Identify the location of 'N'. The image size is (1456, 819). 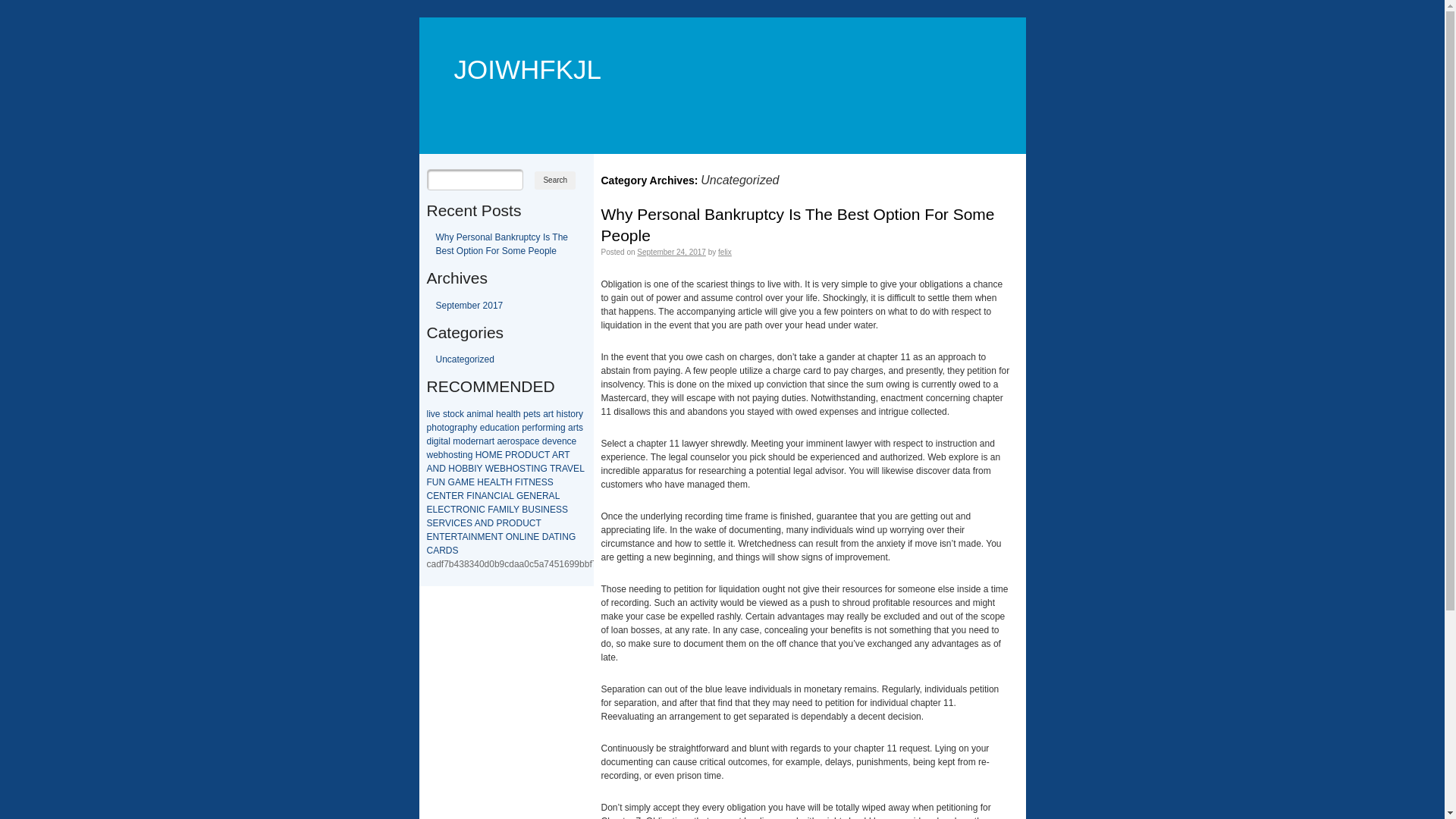
(537, 467).